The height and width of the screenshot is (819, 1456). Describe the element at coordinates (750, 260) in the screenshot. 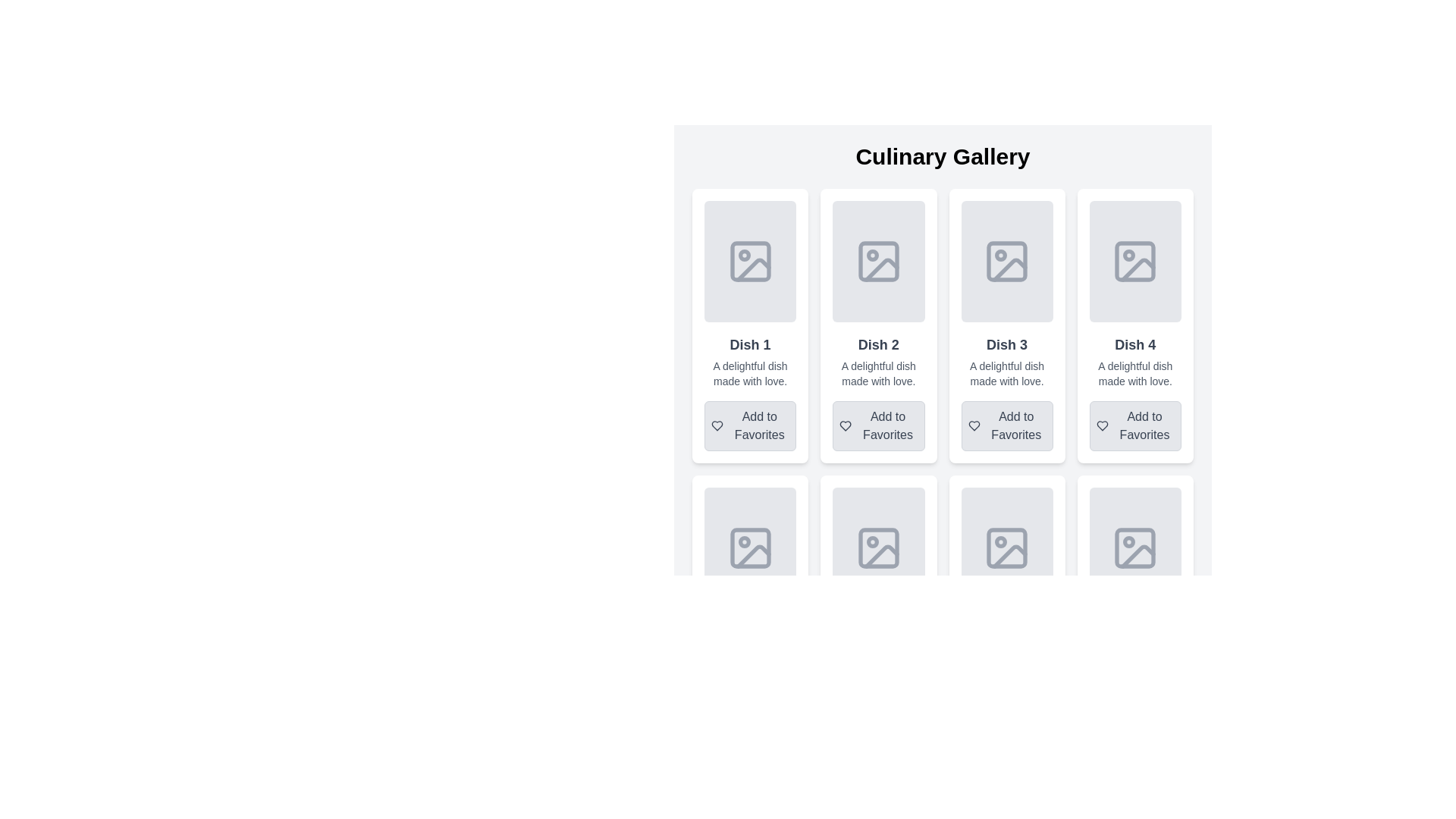

I see `the icon located at the top-center of the 'Dish 1' card in the Culinary Gallery grid interface, which serves as a placeholder for graphical content` at that location.